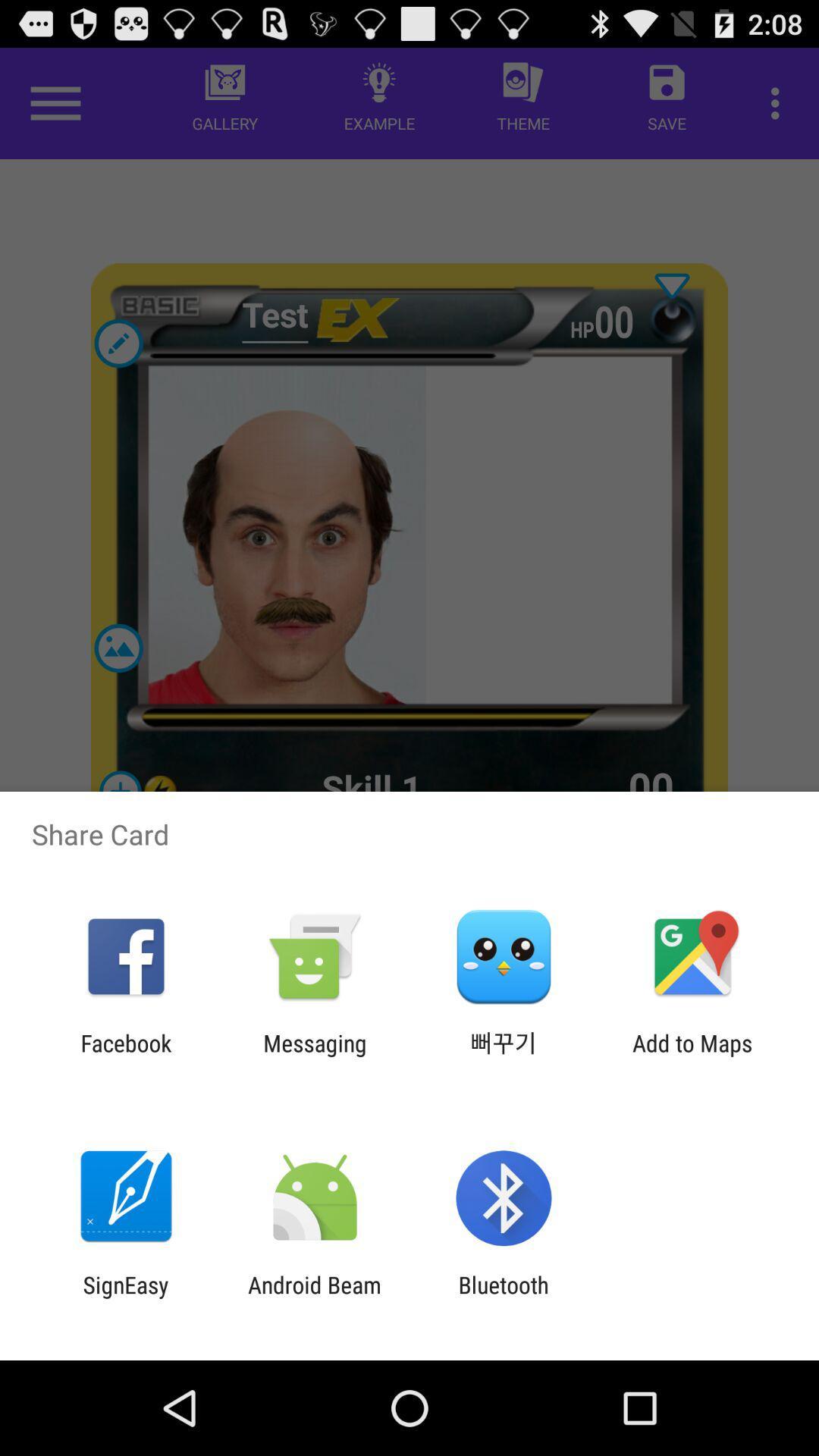 The image size is (819, 1456). I want to click on the app next to messaging, so click(125, 1056).